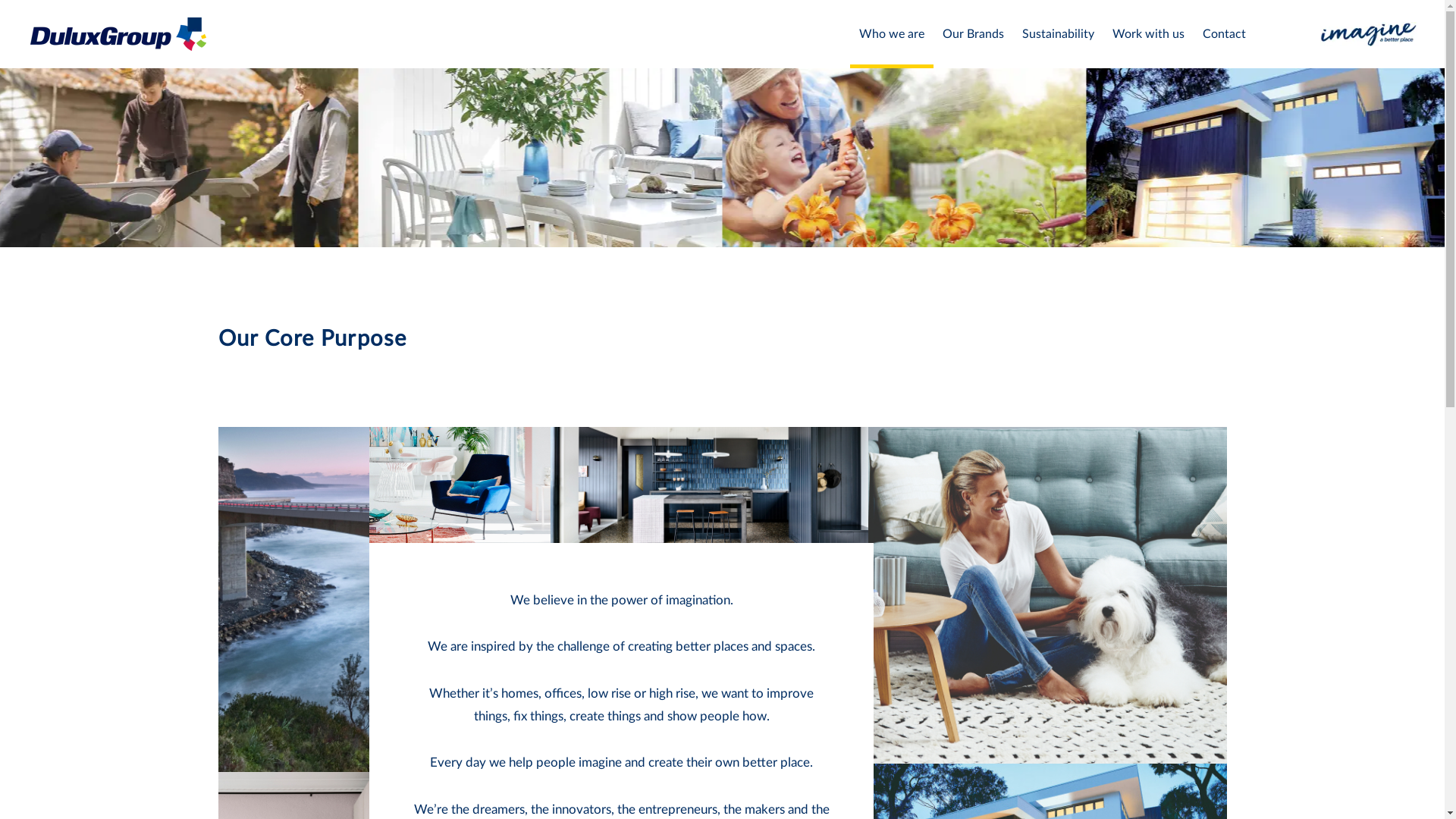 The image size is (1456, 819). Describe the element at coordinates (892, 34) in the screenshot. I see `'Who we are'` at that location.